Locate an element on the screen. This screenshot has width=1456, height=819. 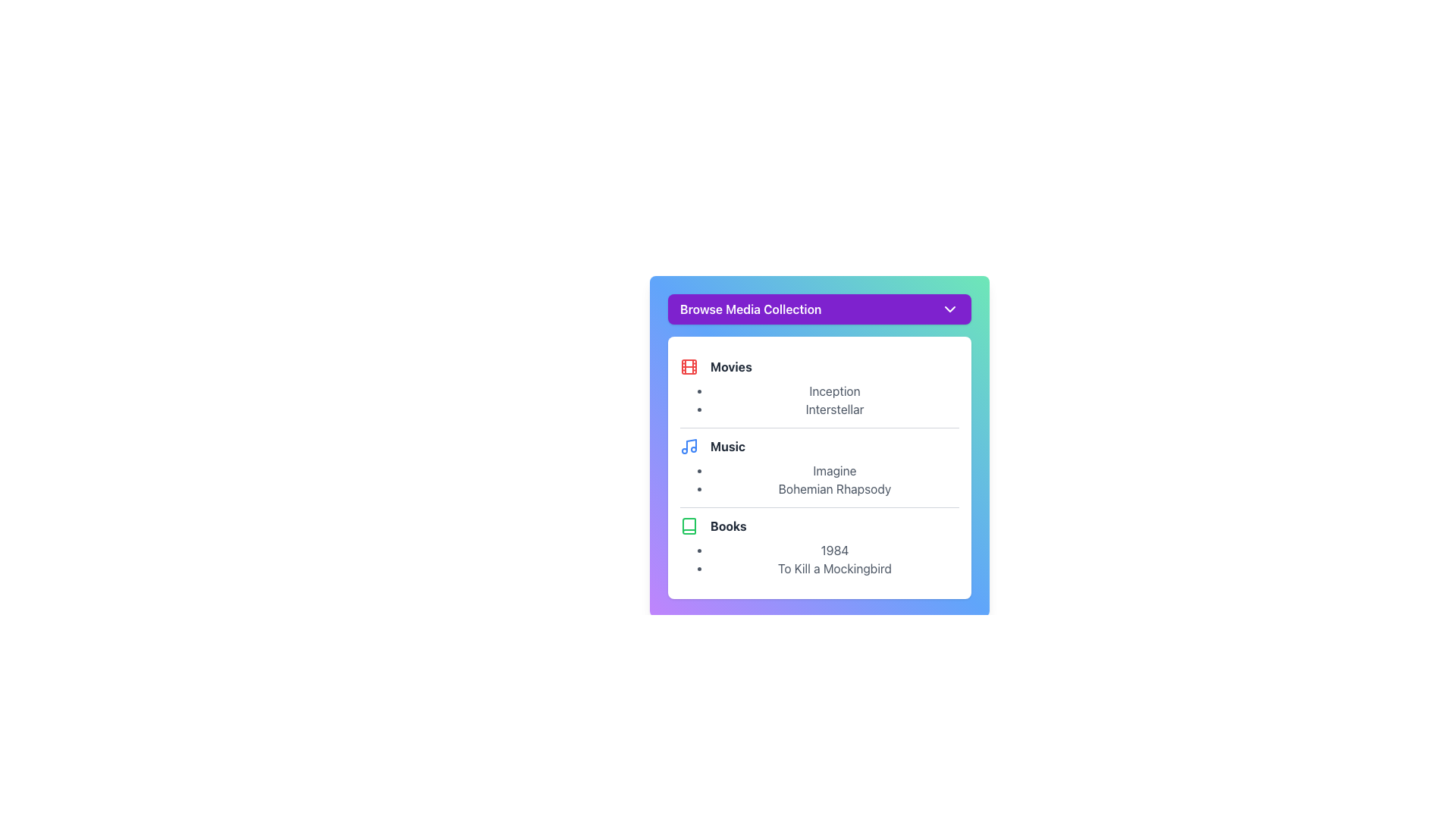
the non-interactive text label displaying 'Imagine', which is the first item in the 'Music' section of the categorized list is located at coordinates (833, 470).